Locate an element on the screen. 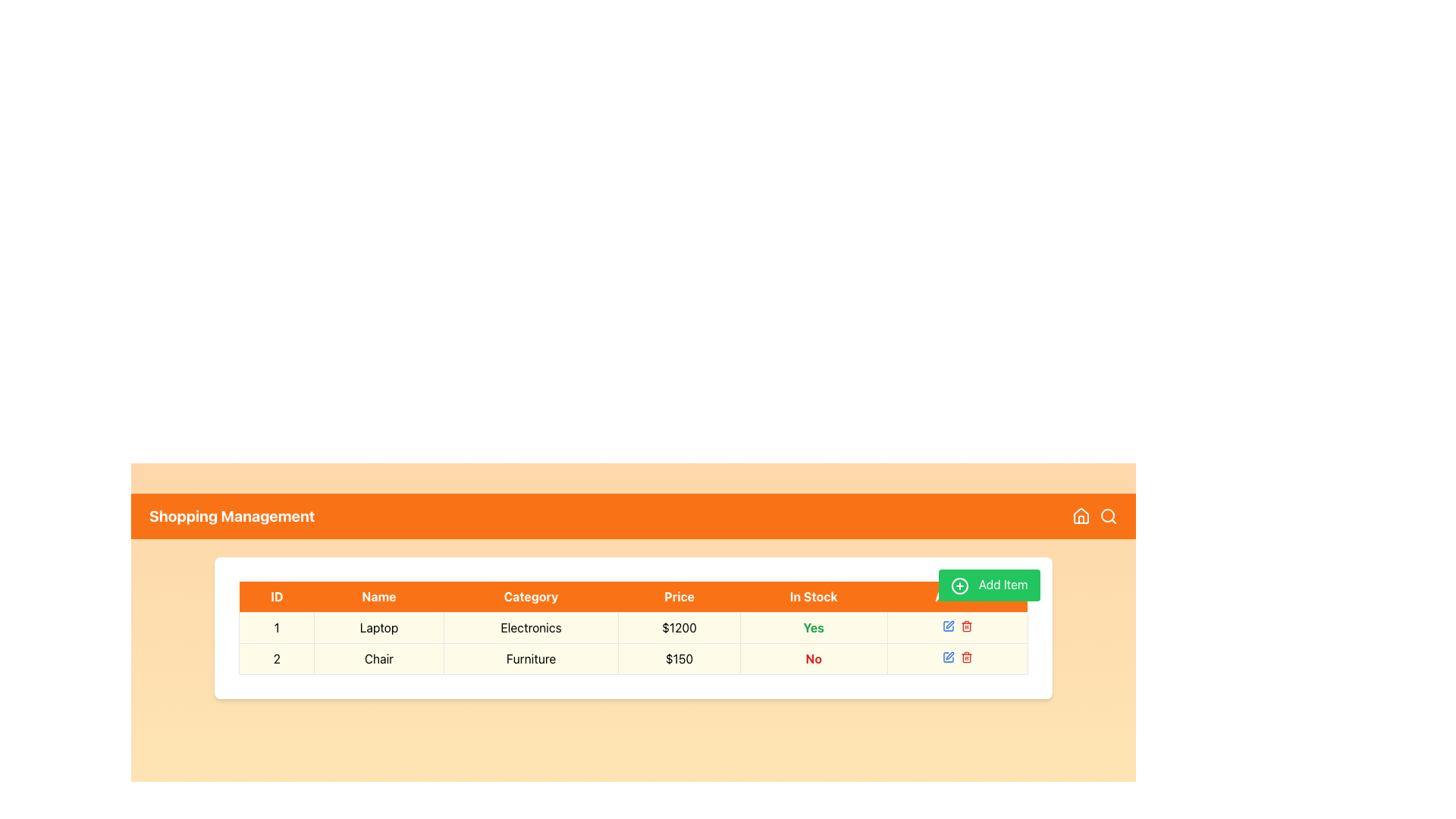  the price display text for the item 'Chair' located in the fourth column of the second row of the table is located at coordinates (679, 657).